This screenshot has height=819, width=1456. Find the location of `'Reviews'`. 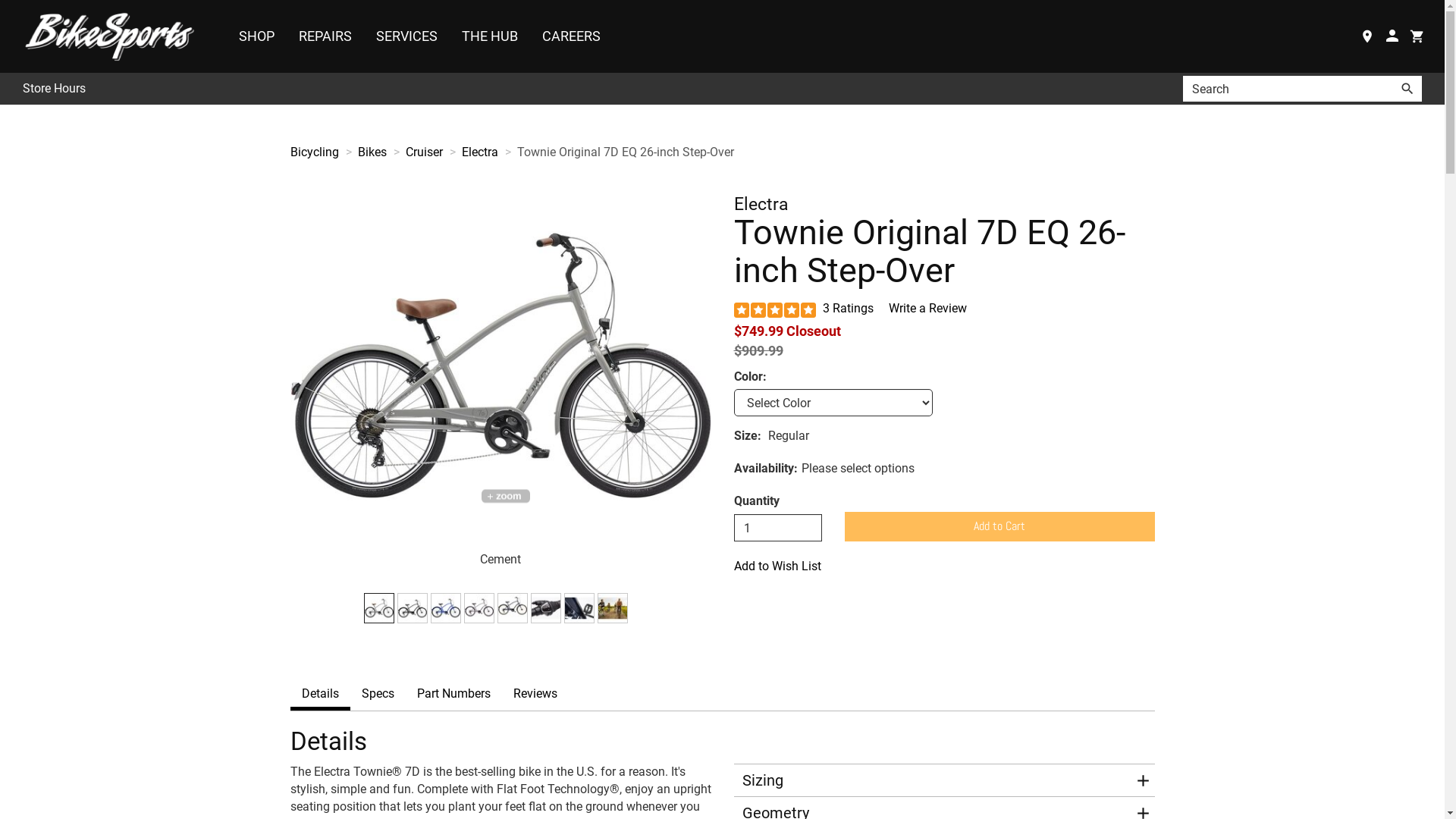

'Reviews' is located at coordinates (502, 694).